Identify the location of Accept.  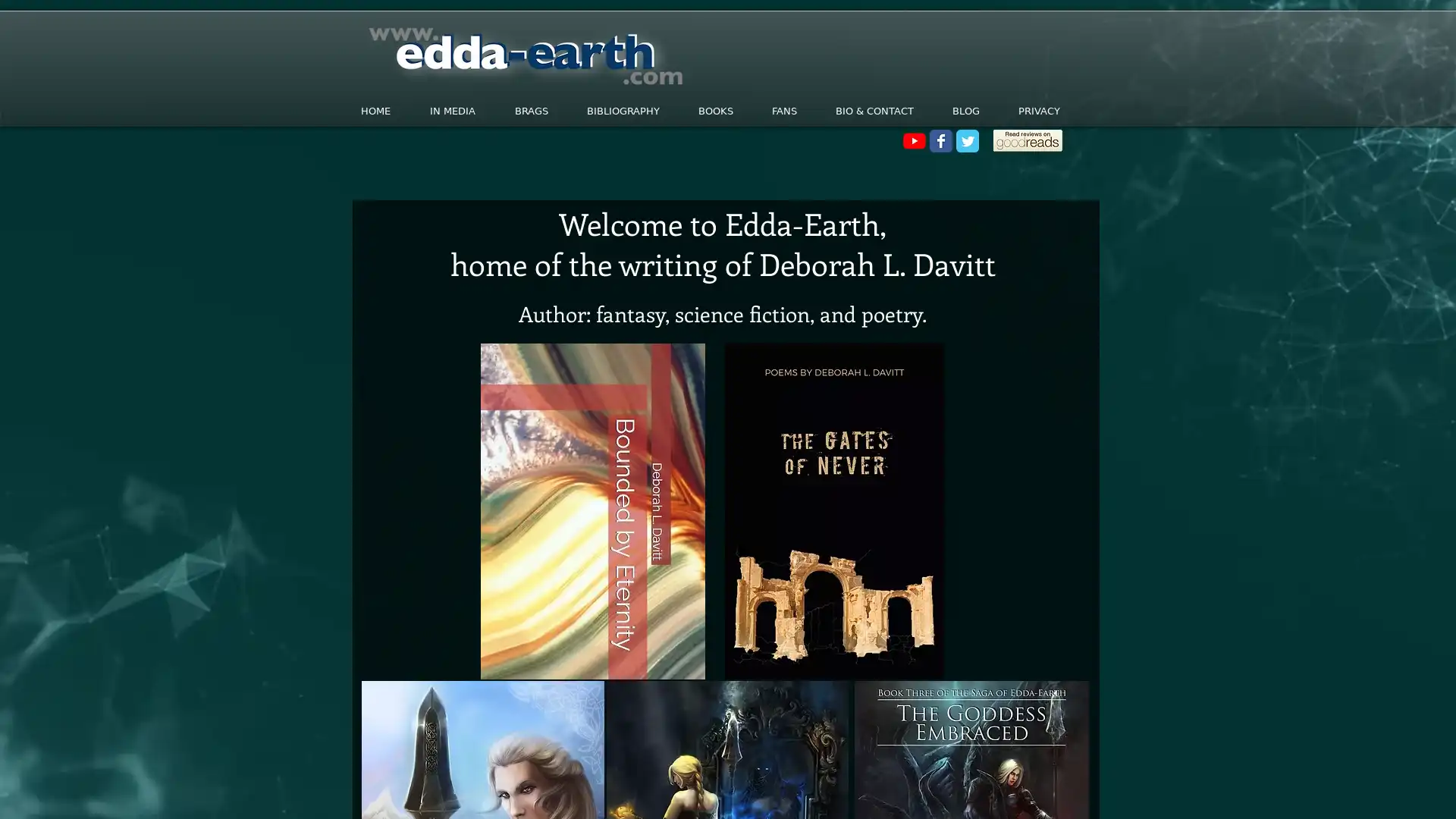
(1388, 792).